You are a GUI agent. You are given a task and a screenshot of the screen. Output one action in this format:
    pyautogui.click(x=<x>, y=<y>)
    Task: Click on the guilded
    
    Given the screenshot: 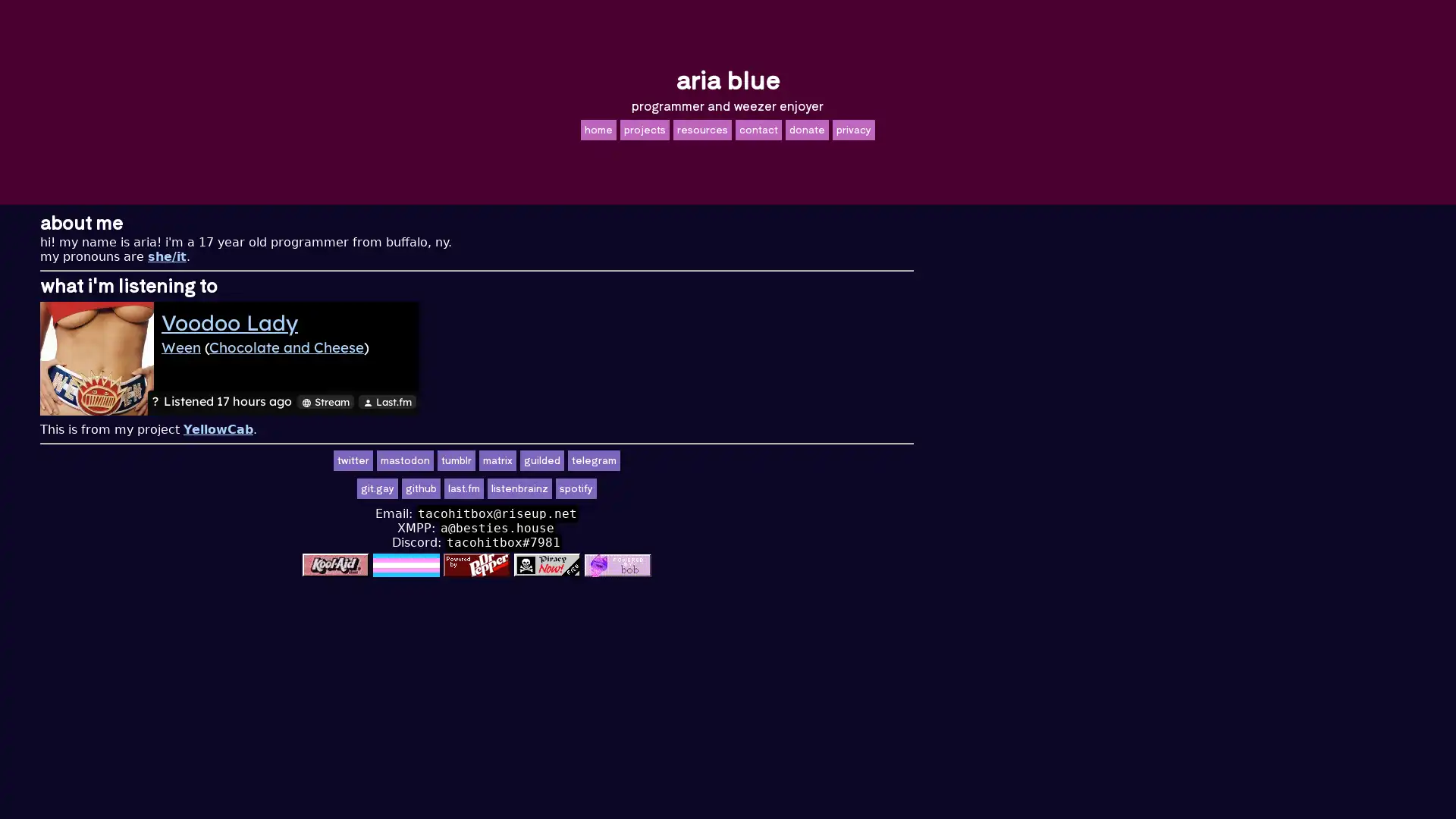 What is the action you would take?
    pyautogui.click(x=792, y=460)
    